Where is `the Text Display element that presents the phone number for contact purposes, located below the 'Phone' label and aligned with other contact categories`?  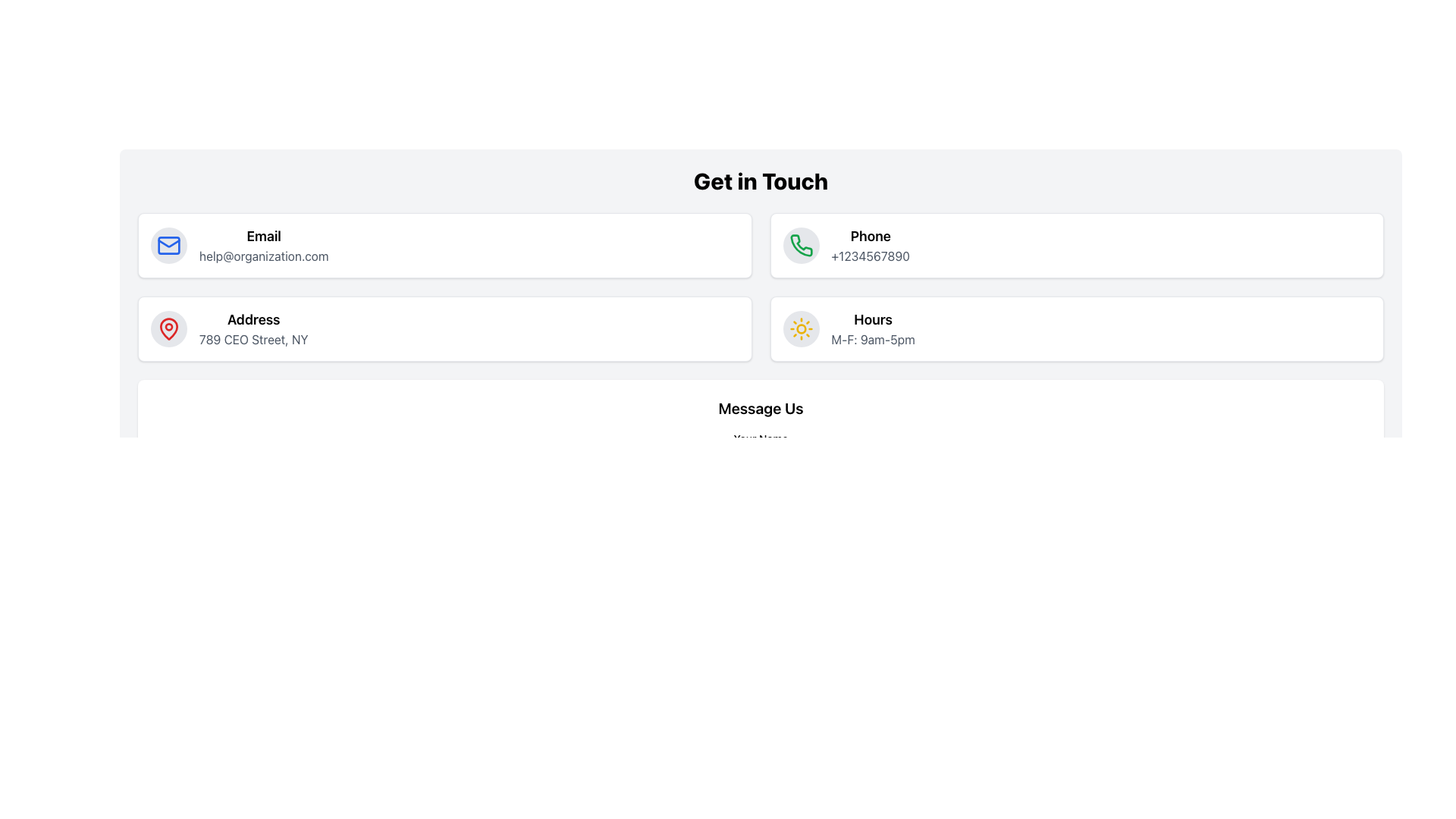 the Text Display element that presents the phone number for contact purposes, located below the 'Phone' label and aligned with other contact categories is located at coordinates (871, 256).